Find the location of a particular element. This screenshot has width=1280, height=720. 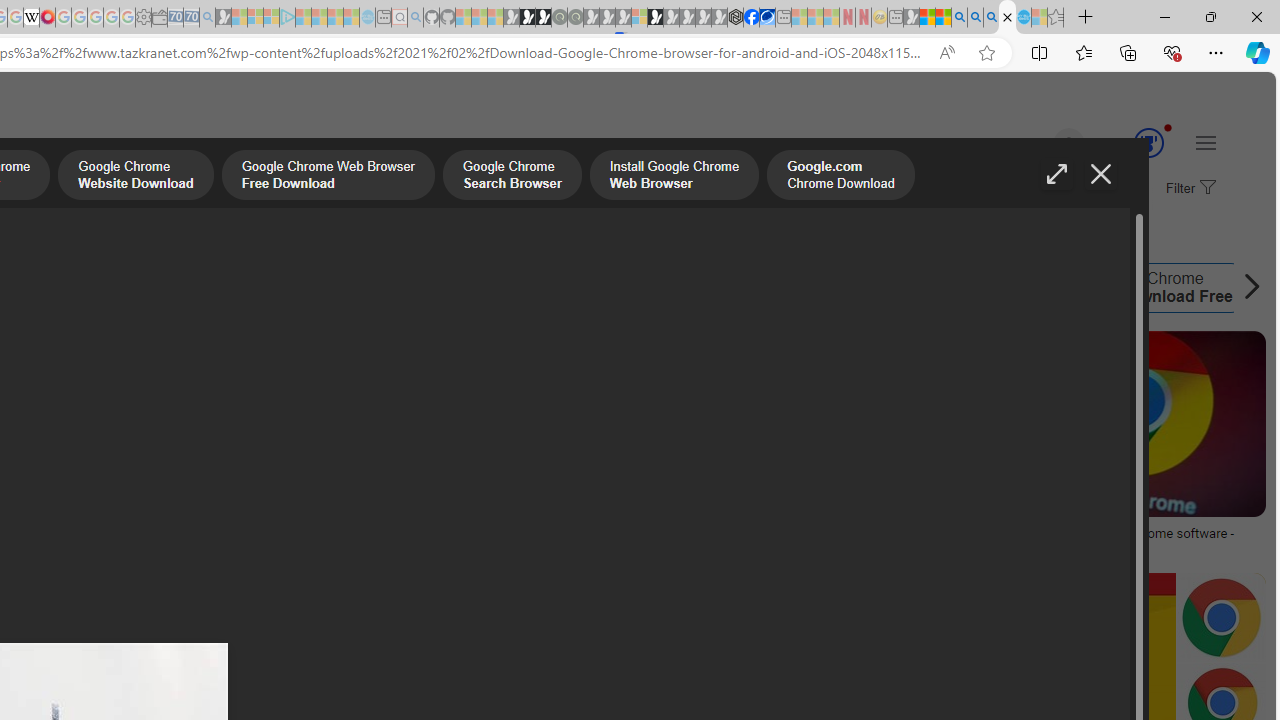

'Play Zoo Boom in your browser | Games from Microsoft Start' is located at coordinates (527, 17).